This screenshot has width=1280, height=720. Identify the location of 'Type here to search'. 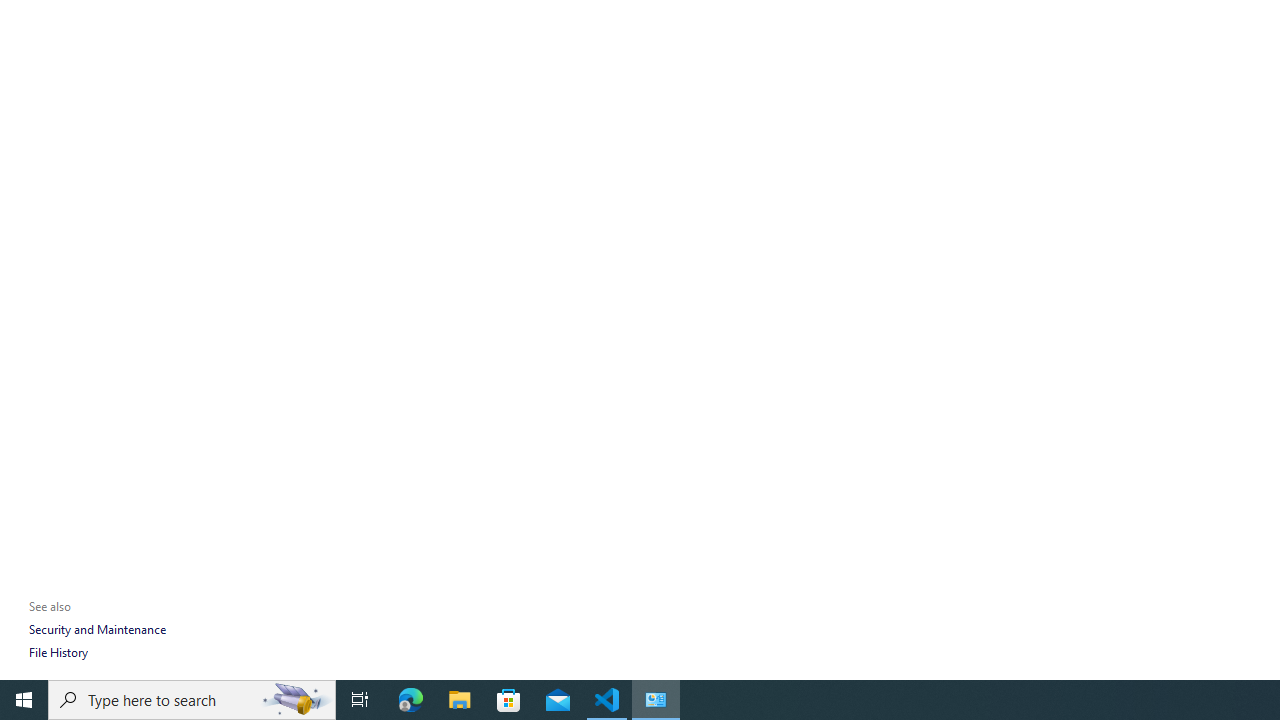
(192, 698).